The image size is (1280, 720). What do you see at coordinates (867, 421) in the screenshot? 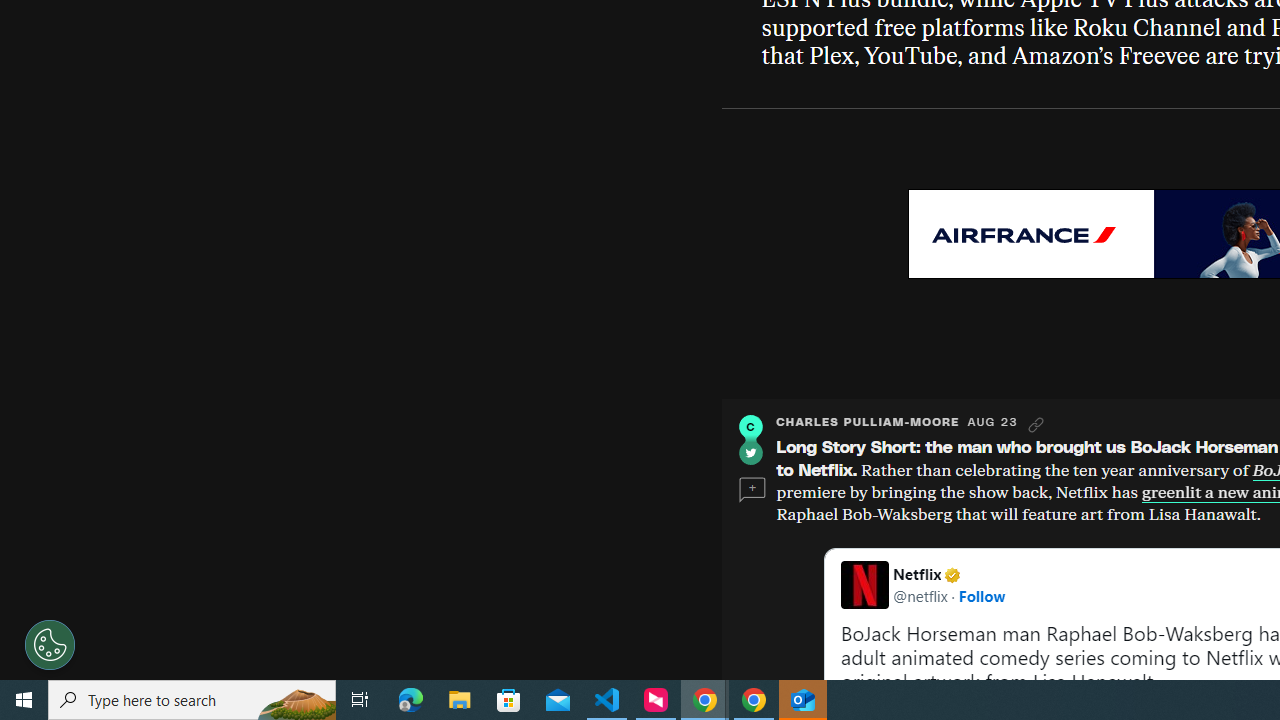
I see `'CHARLES PULLIAM-MOORE'` at bounding box center [867, 421].